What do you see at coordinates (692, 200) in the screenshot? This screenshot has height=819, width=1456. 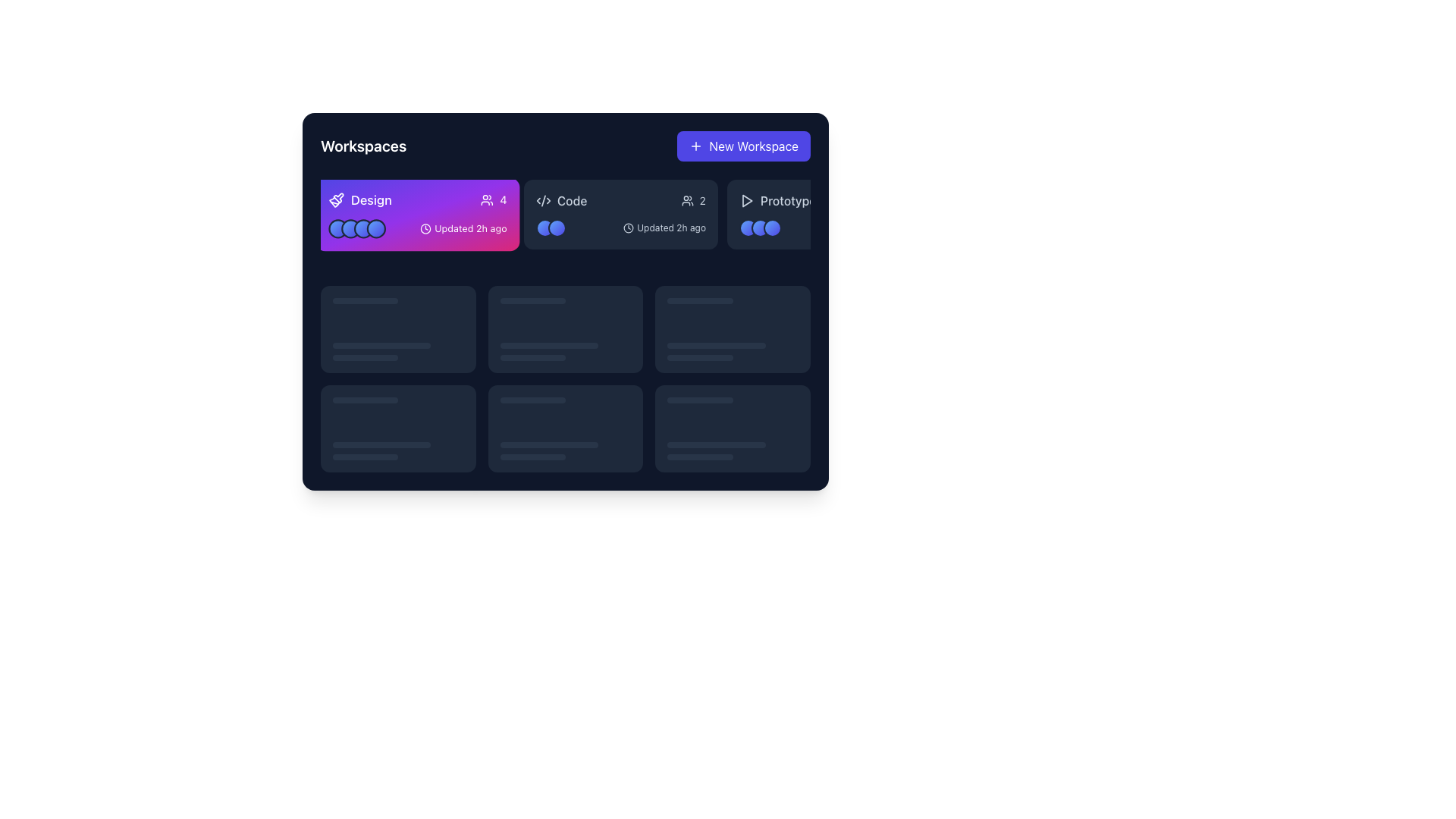 I see `the number of users displayed in the icon with the number '2' located in the header of the 'Code' workspace card towards the upper-right area` at bounding box center [692, 200].